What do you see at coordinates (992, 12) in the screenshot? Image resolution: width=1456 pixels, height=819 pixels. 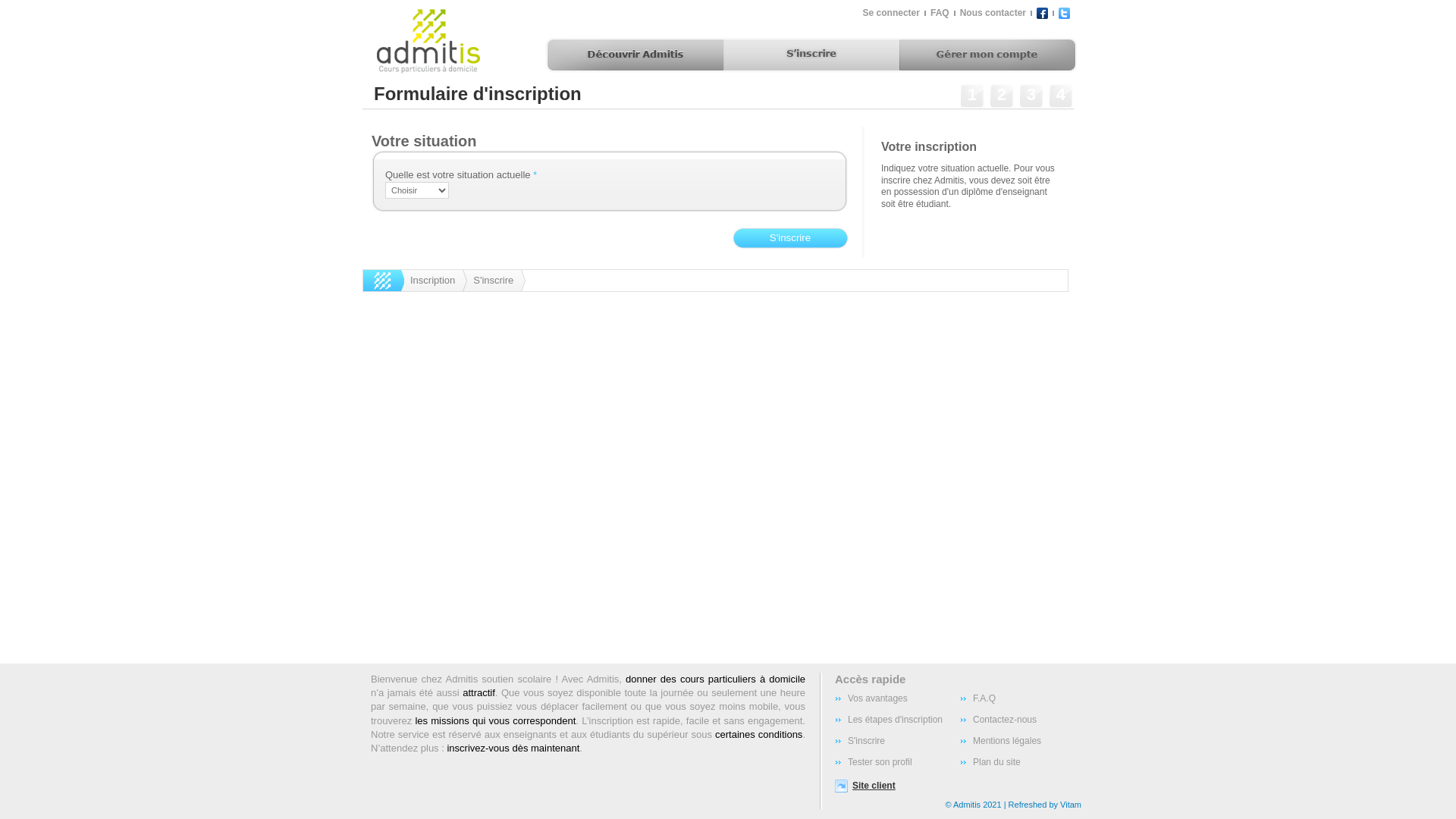 I see `'Nous contacter'` at bounding box center [992, 12].